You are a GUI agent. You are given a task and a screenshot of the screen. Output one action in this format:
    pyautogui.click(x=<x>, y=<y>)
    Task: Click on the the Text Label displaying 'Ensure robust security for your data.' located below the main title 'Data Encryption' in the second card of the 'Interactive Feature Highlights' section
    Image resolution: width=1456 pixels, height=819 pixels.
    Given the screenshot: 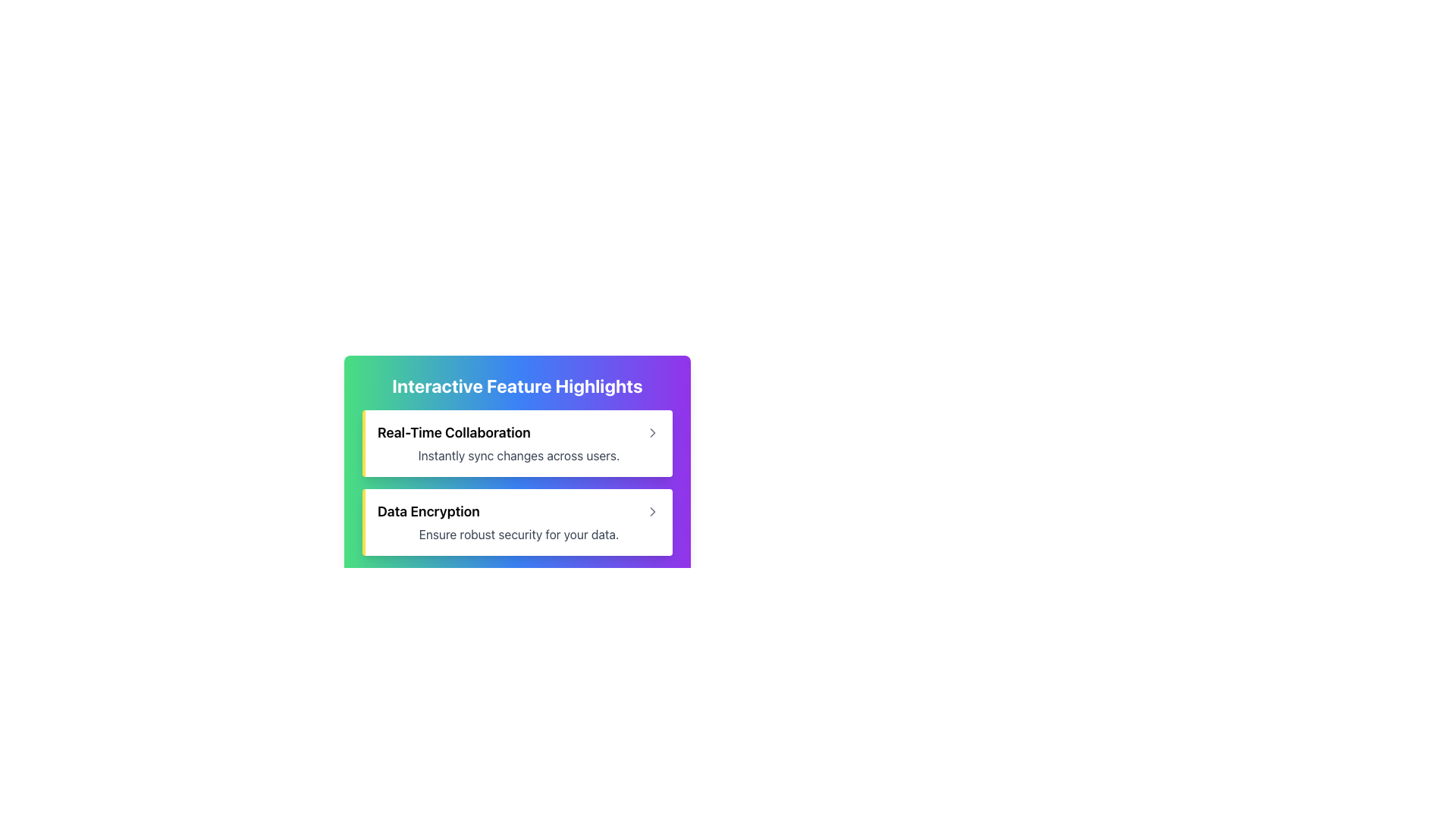 What is the action you would take?
    pyautogui.click(x=519, y=534)
    